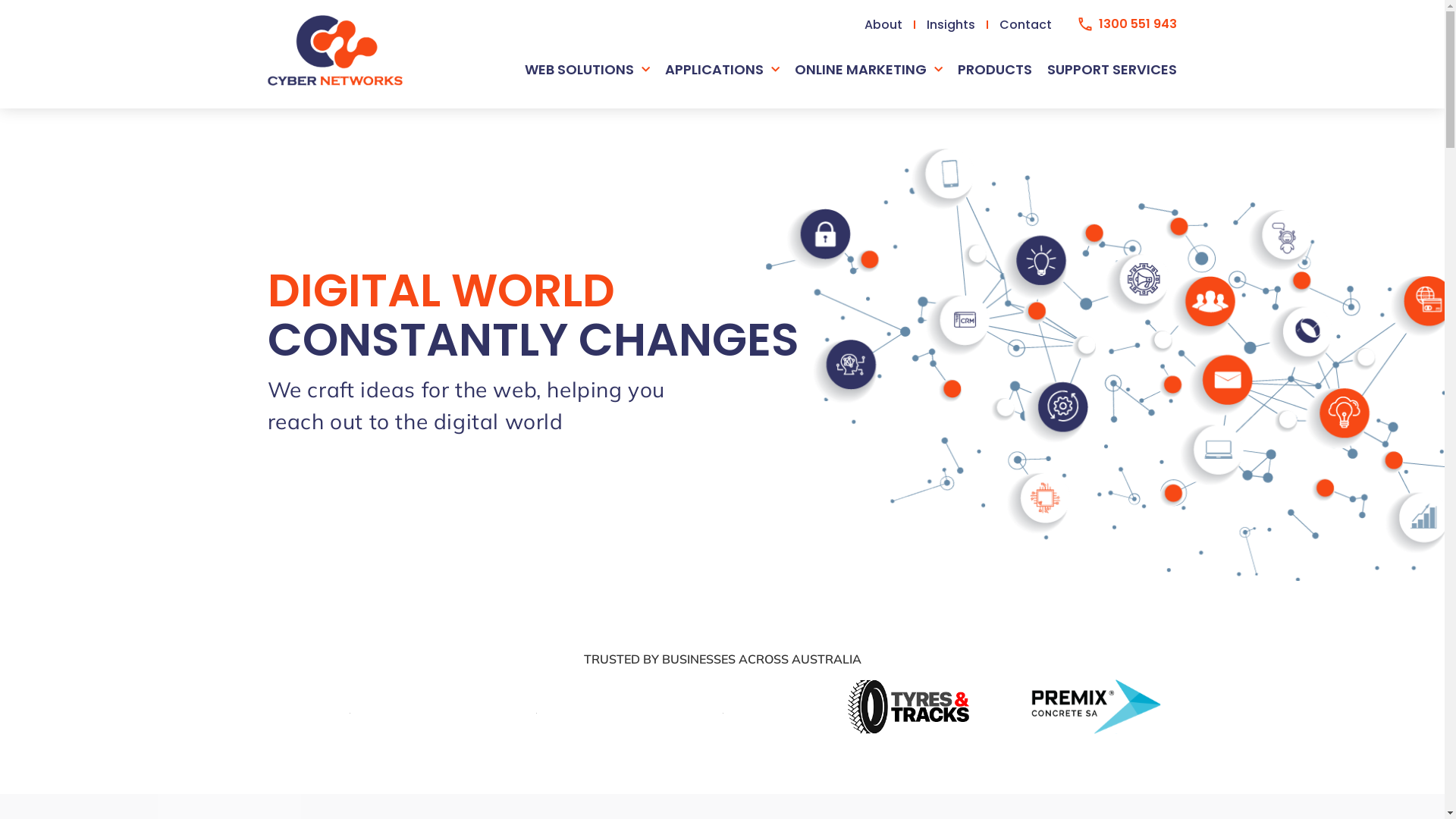 The height and width of the screenshot is (819, 1456). Describe the element at coordinates (586, 70) in the screenshot. I see `'WEB SOLUTIONS'` at that location.